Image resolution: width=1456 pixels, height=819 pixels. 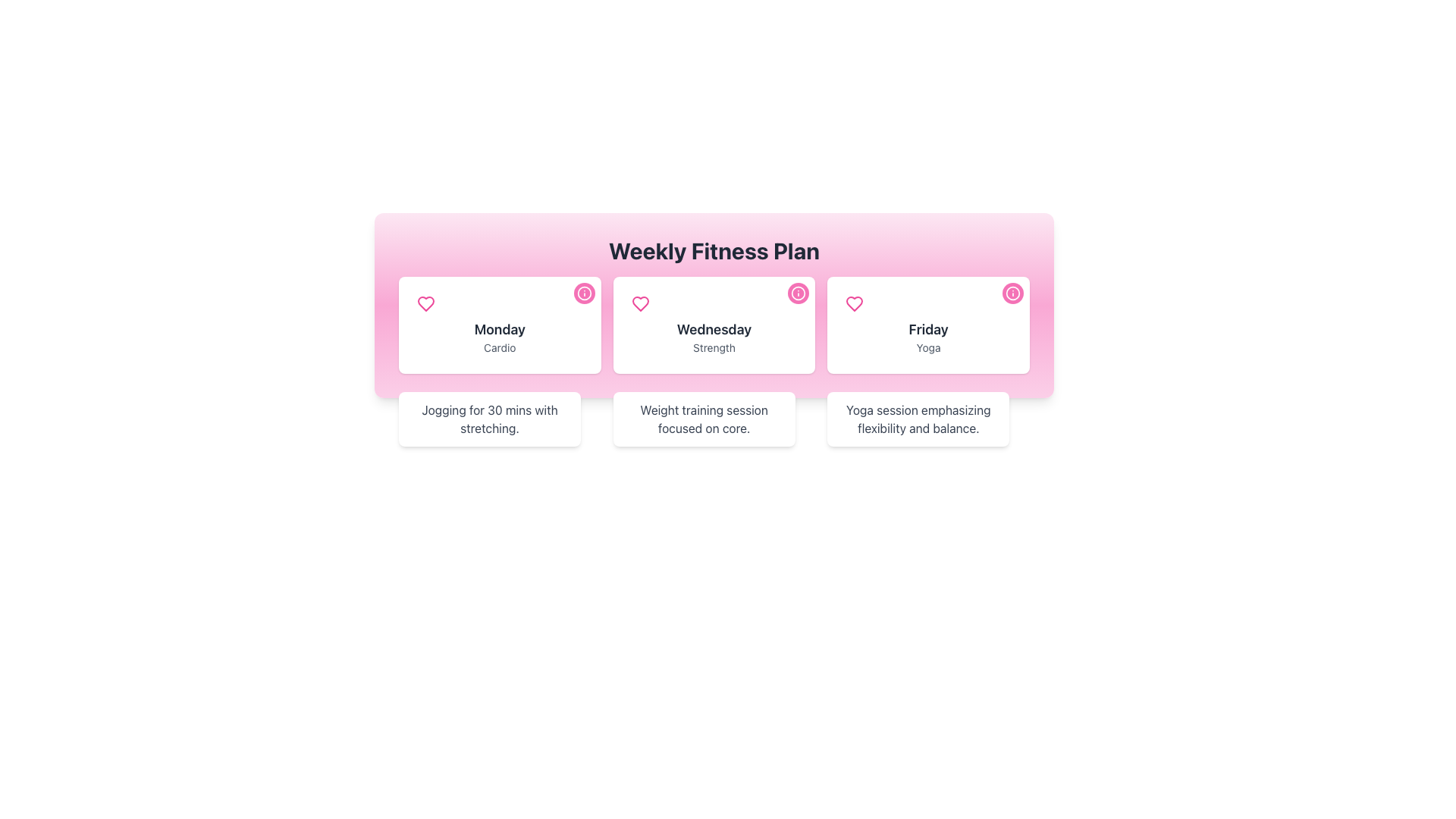 What do you see at coordinates (1012, 293) in the screenshot?
I see `the circular hollow icon with an information symbol located at the top-right corner of the 'Friday' and 'Yoga' card` at bounding box center [1012, 293].